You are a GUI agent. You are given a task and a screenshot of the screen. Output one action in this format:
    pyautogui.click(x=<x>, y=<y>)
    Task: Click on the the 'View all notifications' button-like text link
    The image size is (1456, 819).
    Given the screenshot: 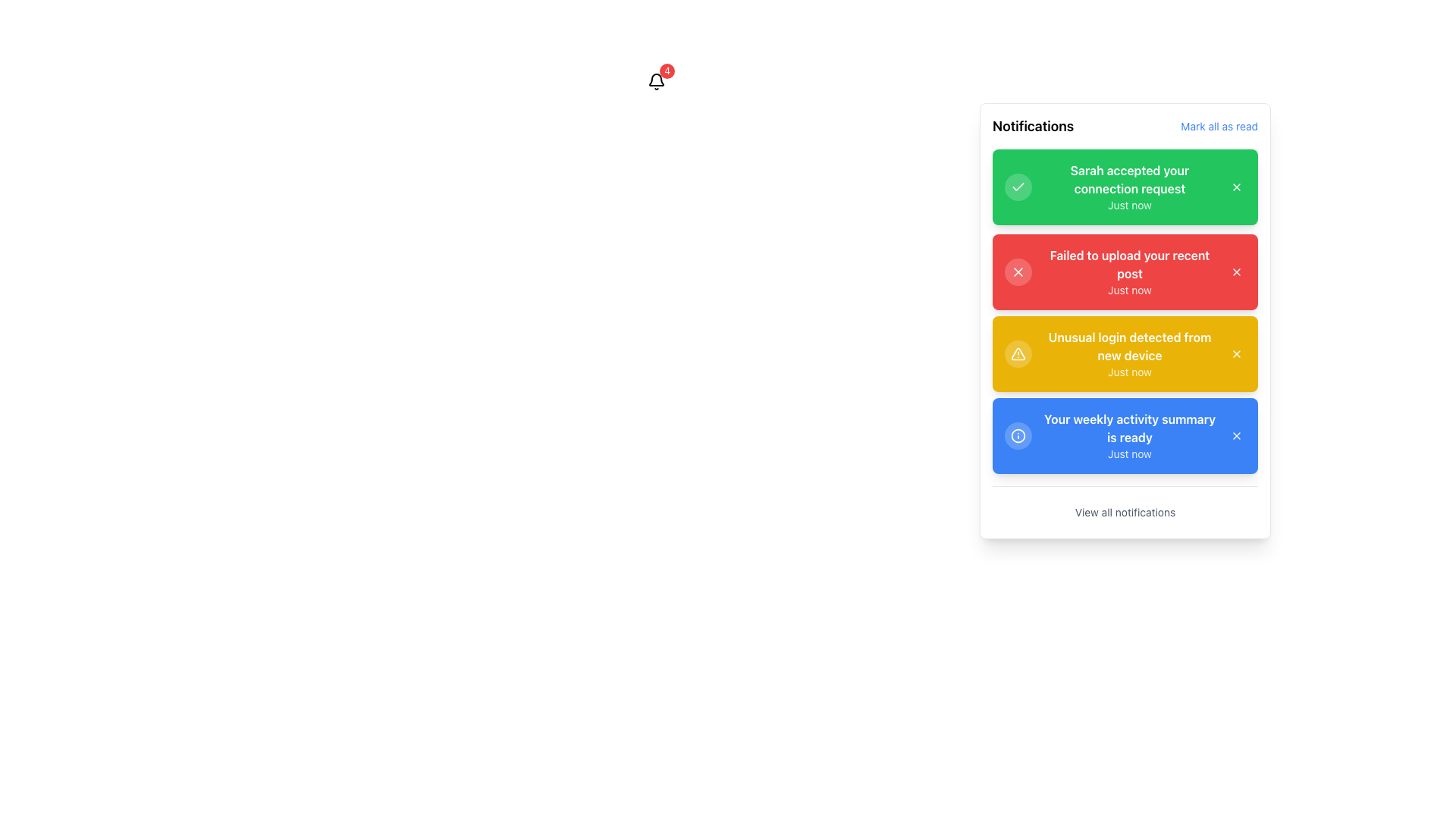 What is the action you would take?
    pyautogui.click(x=1125, y=506)
    